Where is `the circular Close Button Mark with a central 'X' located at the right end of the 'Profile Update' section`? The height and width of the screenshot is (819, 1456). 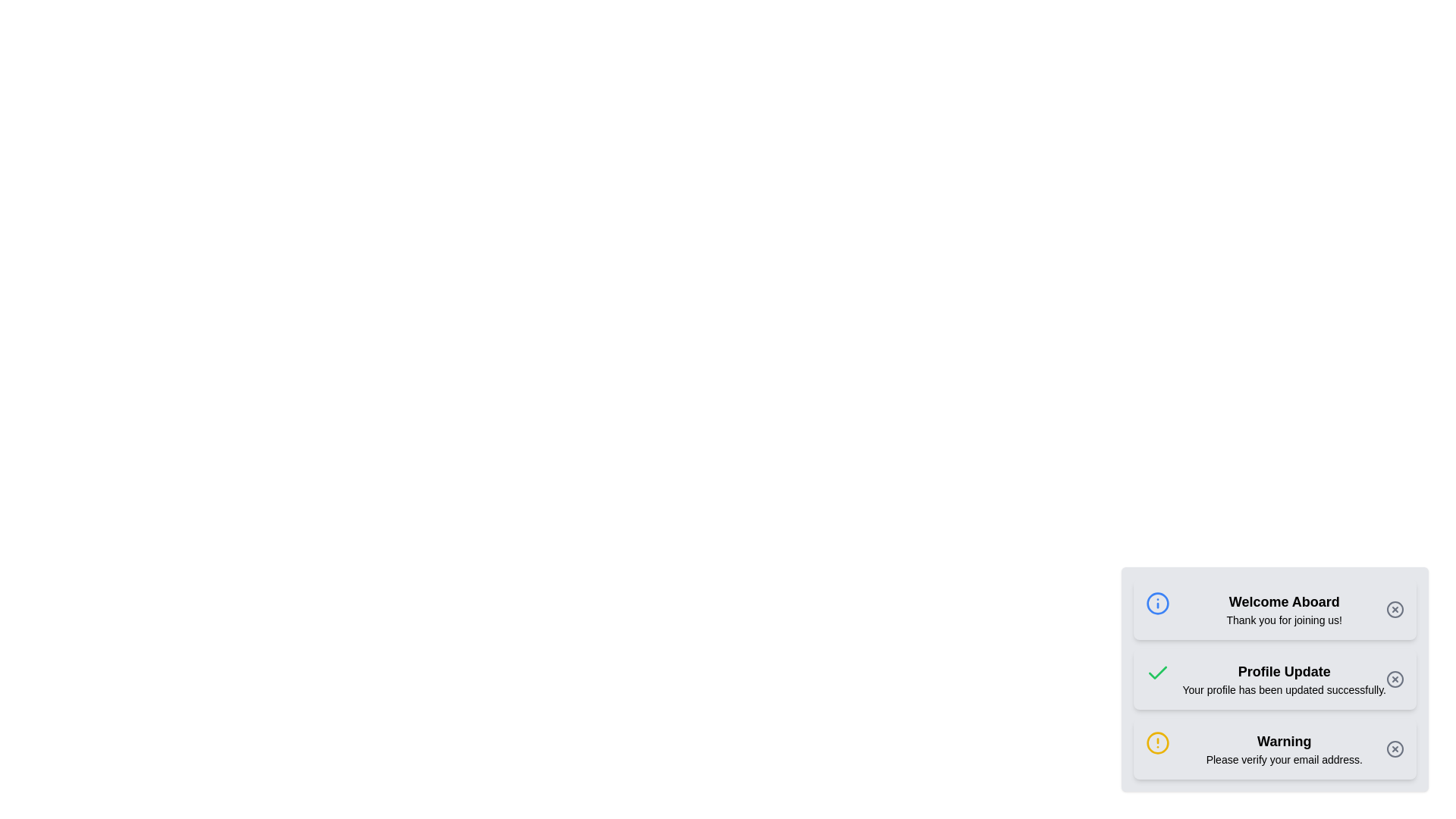 the circular Close Button Mark with a central 'X' located at the right end of the 'Profile Update' section is located at coordinates (1395, 678).